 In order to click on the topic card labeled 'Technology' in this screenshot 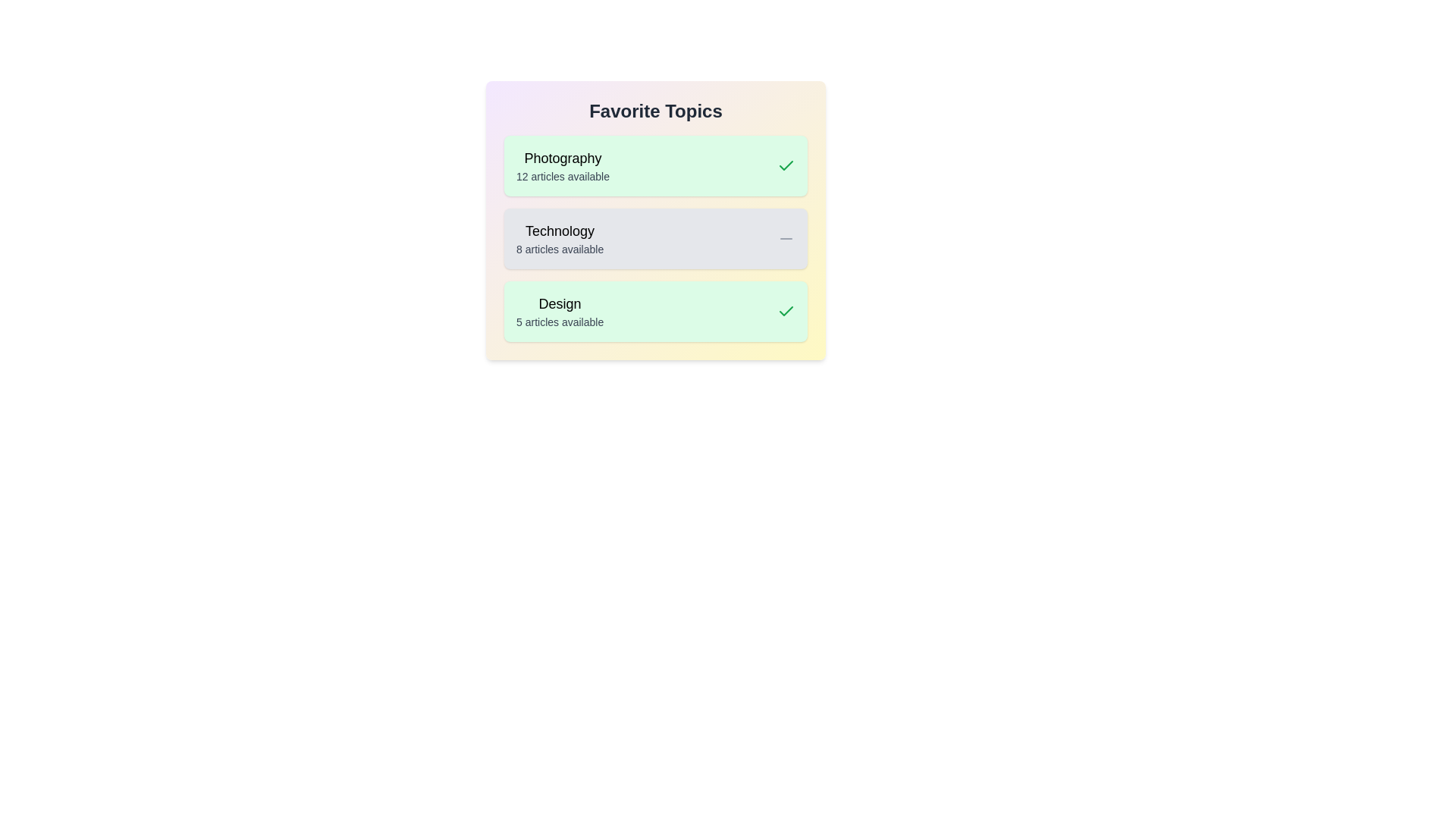, I will do `click(655, 239)`.